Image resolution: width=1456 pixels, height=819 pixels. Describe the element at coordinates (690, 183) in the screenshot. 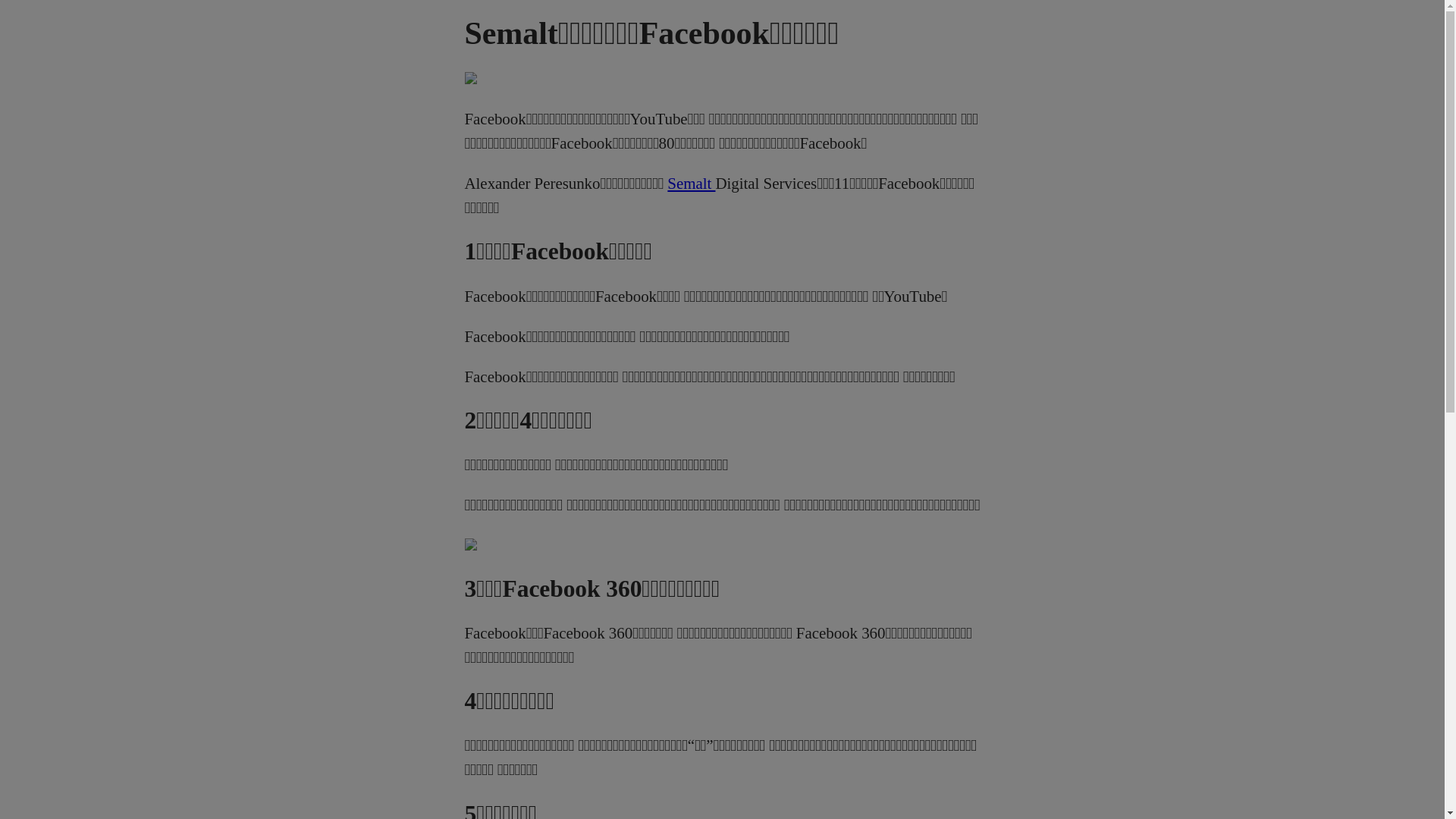

I see `'Semalt'` at that location.